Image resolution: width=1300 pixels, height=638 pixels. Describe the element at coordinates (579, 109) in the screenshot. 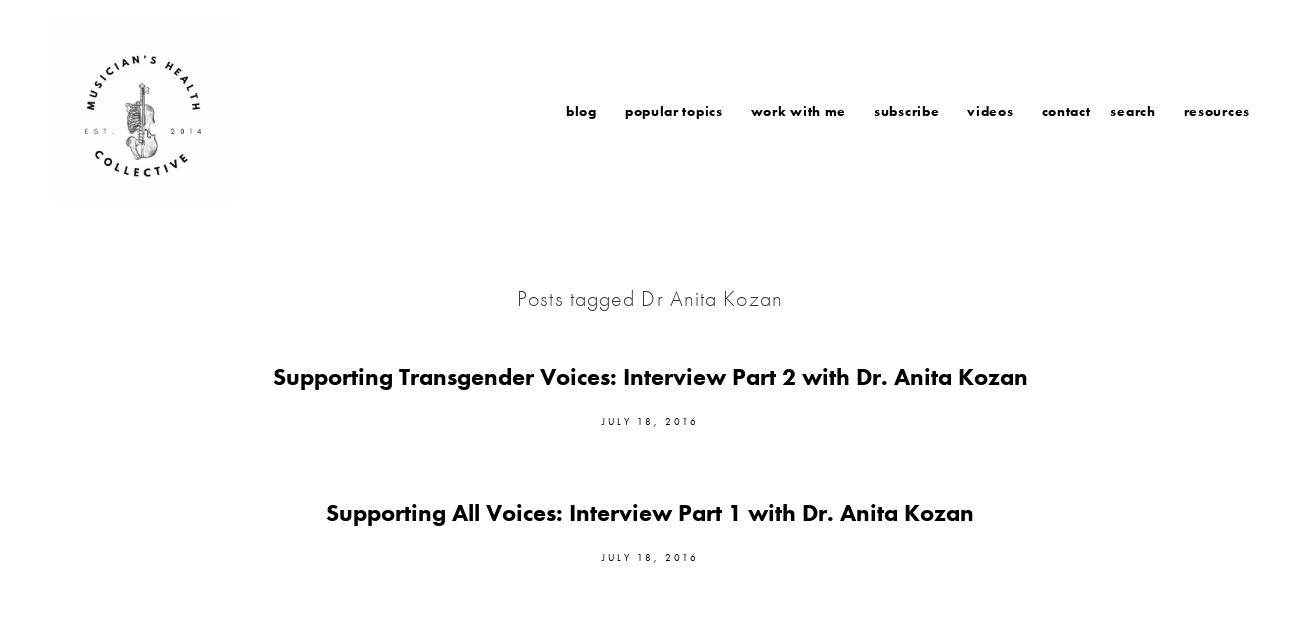

I see `'Blog'` at that location.